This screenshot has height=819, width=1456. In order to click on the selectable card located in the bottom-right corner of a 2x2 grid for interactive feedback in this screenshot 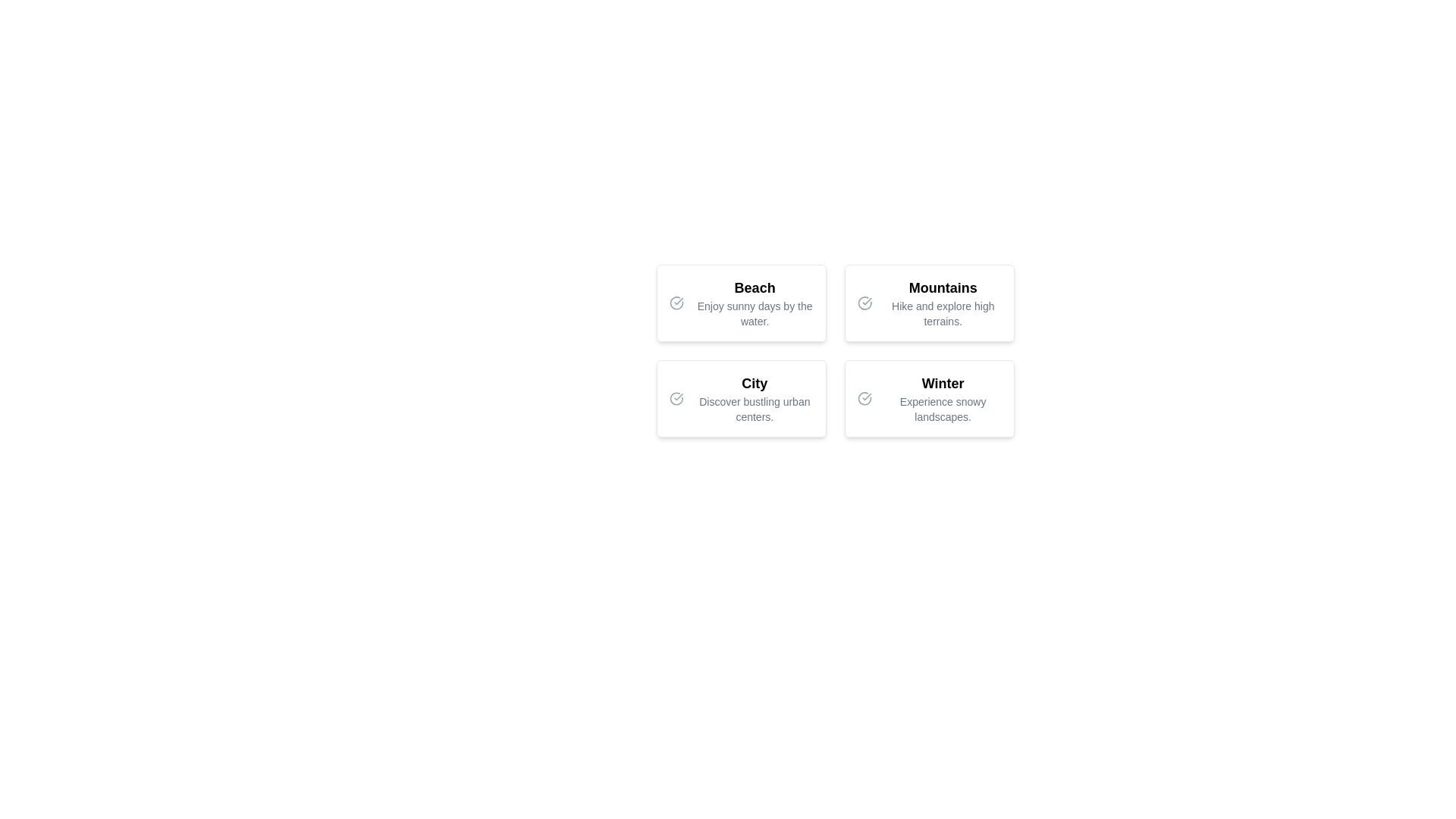, I will do `click(928, 397)`.